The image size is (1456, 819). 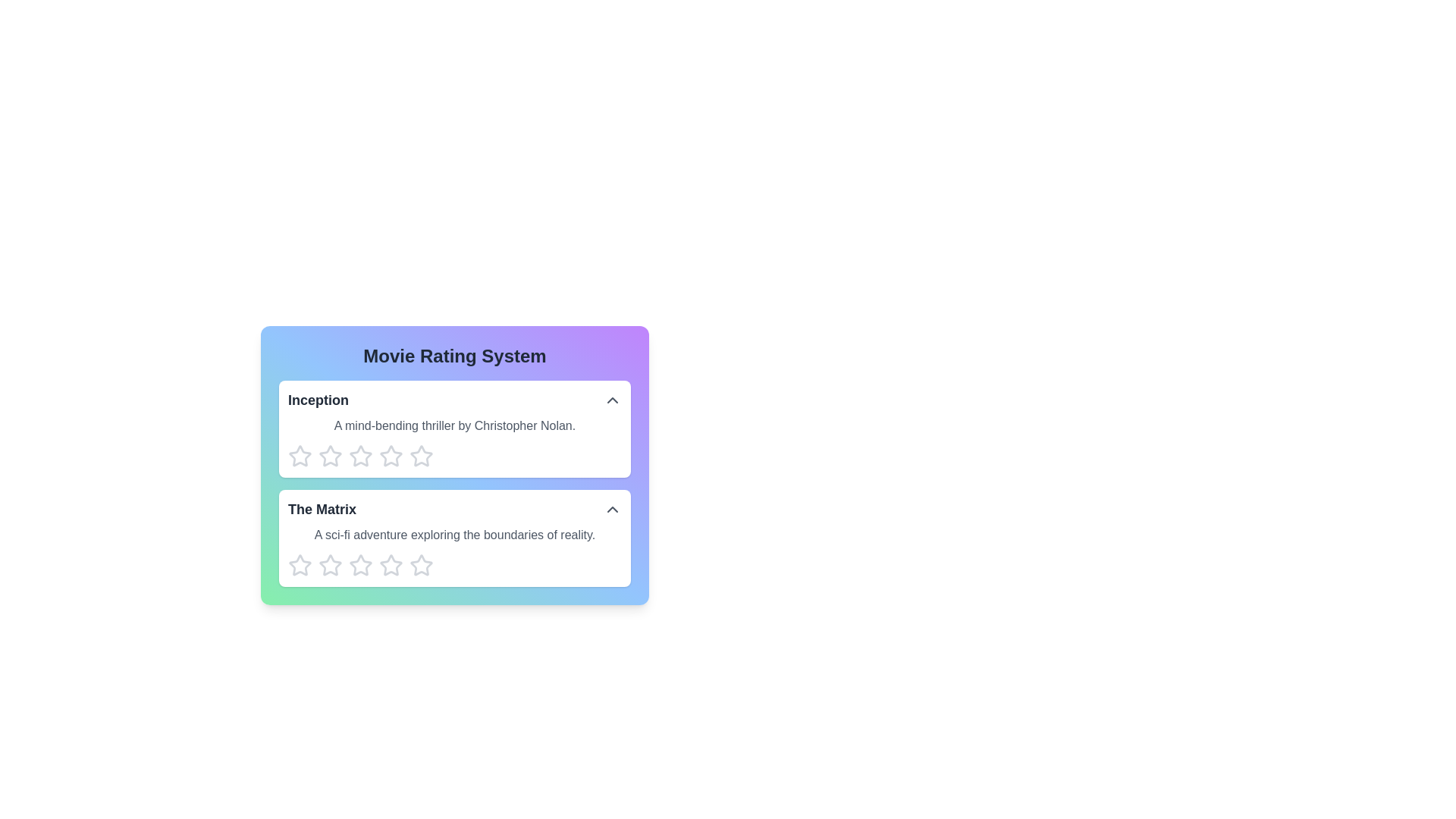 I want to click on the seventh rating star icon for the movie 'The Matrix', so click(x=422, y=565).